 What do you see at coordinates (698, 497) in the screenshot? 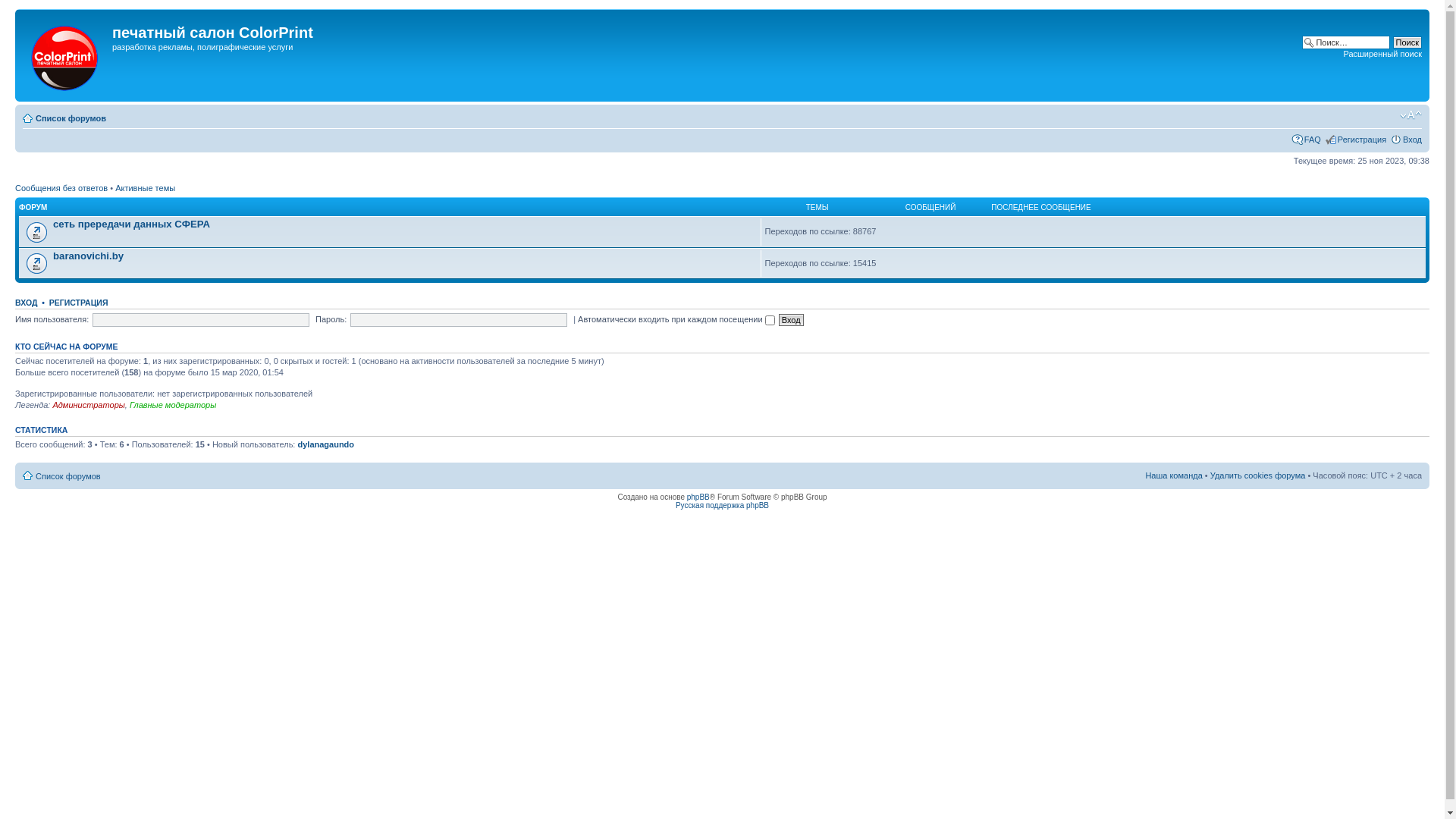
I see `'phpBB'` at bounding box center [698, 497].